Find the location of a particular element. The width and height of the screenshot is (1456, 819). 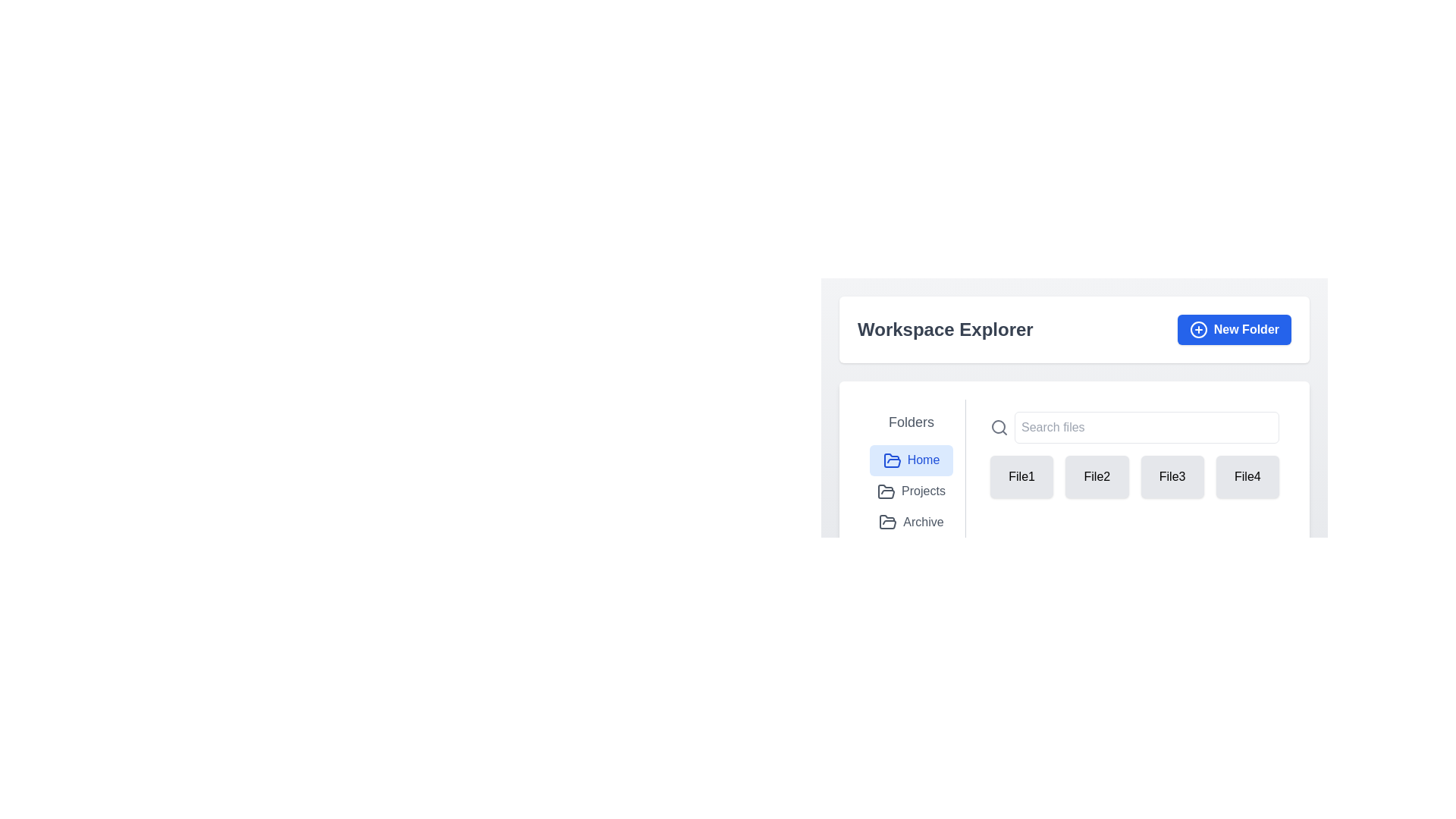

the Text label that categorizes the section for folder navigation or options, positioned at the top of the left navigation area is located at coordinates (910, 422).